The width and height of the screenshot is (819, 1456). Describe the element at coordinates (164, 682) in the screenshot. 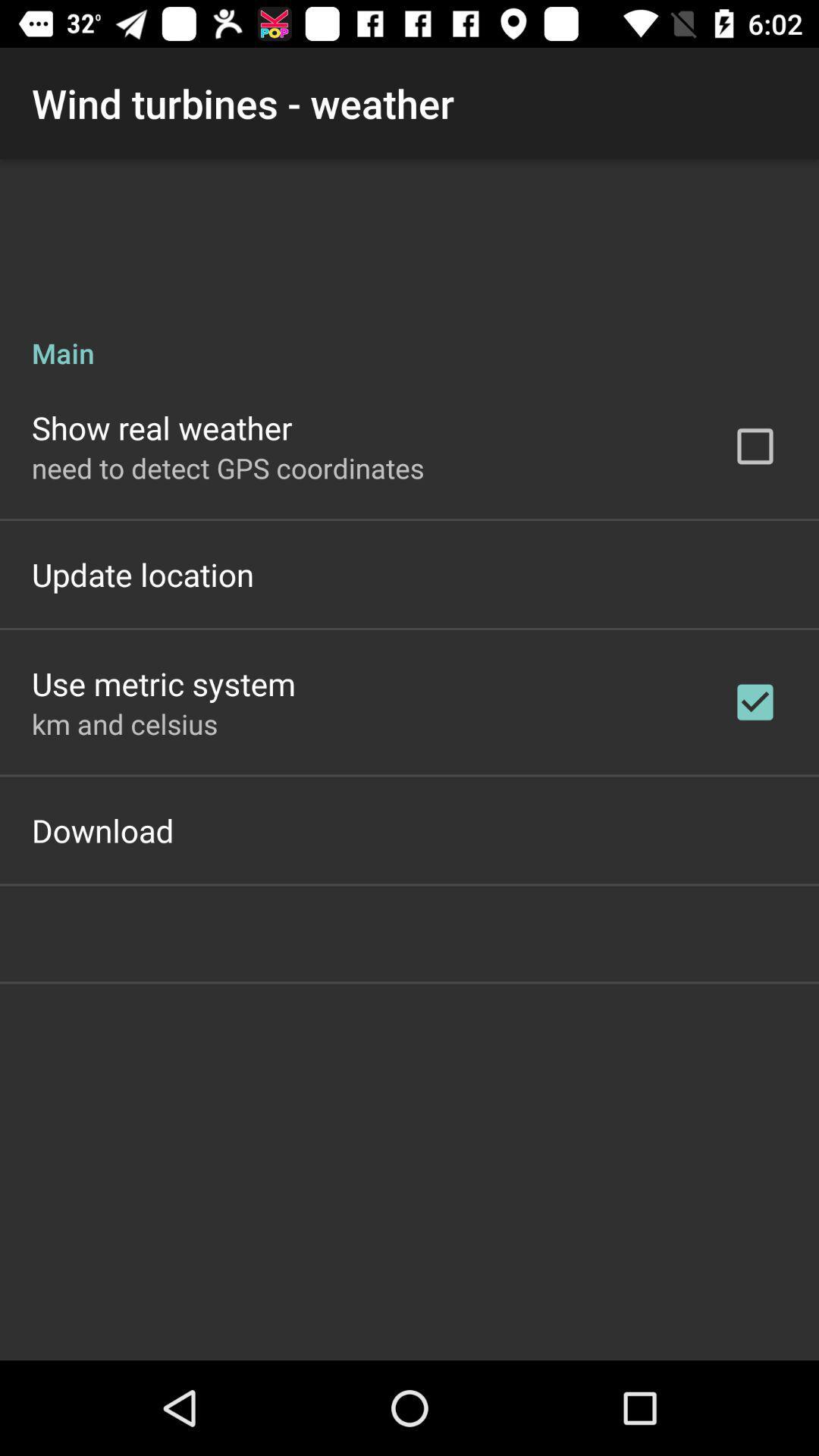

I see `the use metric system item` at that location.